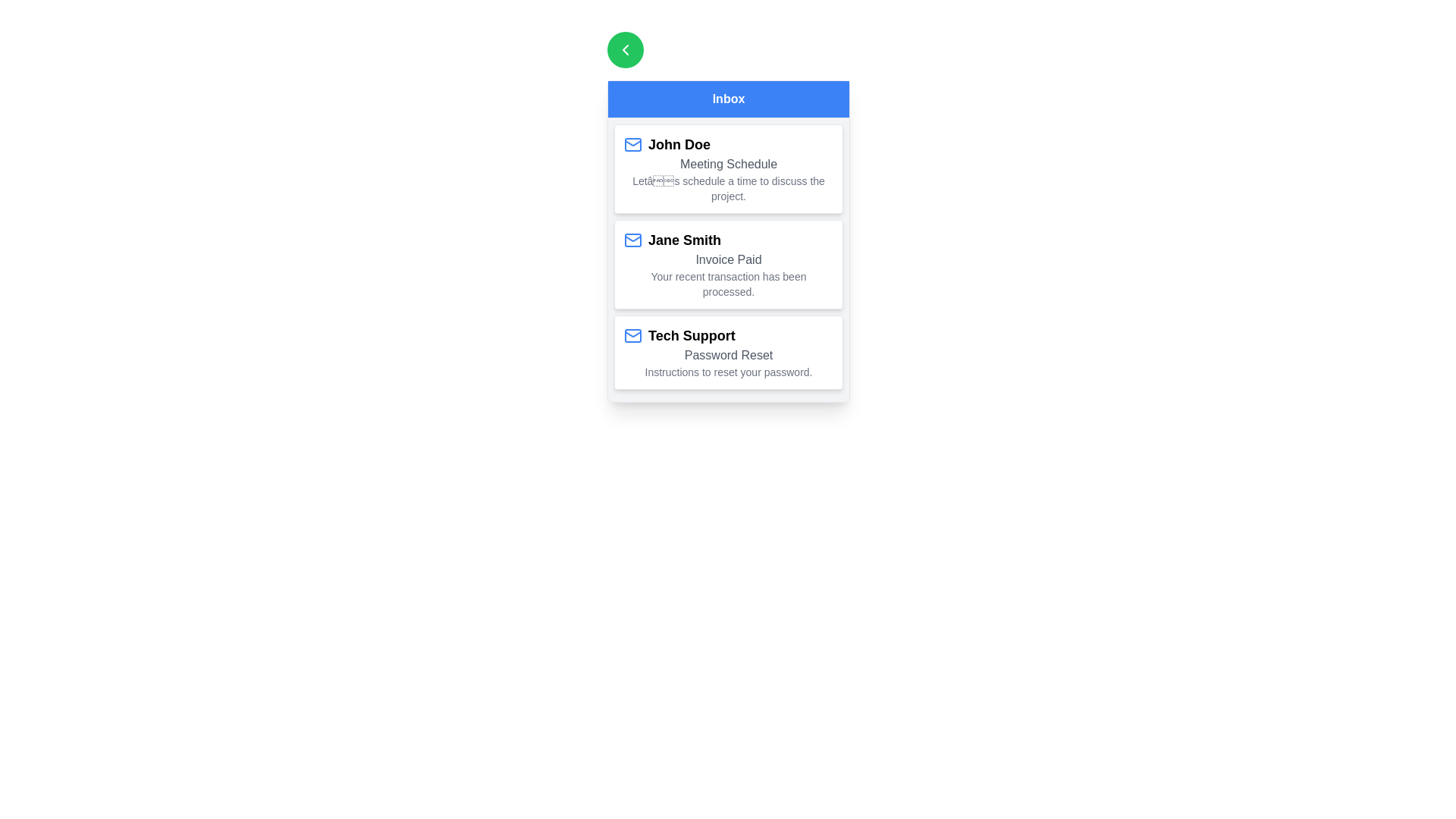  What do you see at coordinates (728, 353) in the screenshot?
I see `the email item corresponding to Tech Support` at bounding box center [728, 353].